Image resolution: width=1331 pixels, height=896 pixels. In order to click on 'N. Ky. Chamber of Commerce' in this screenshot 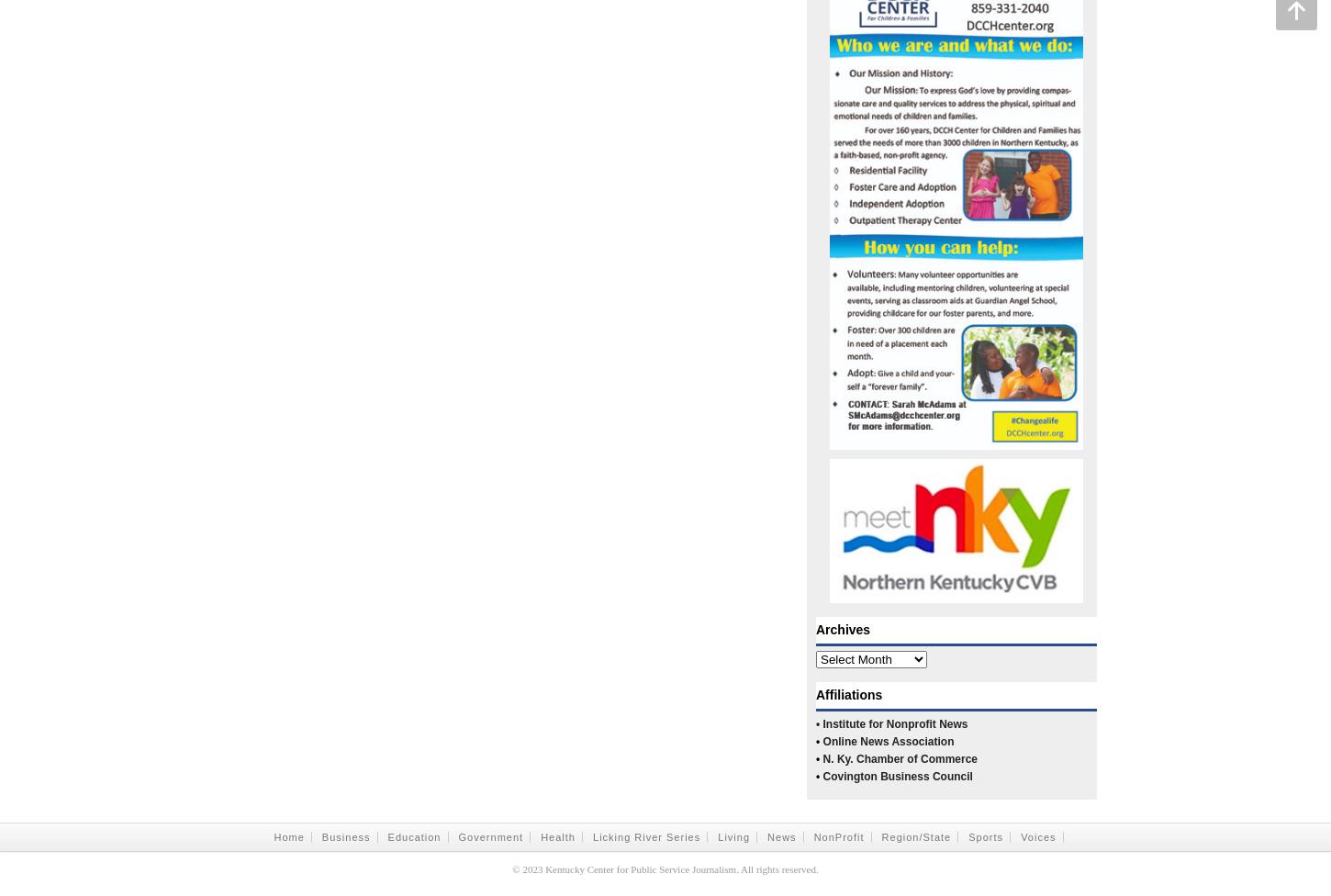, I will do `click(900, 758)`.